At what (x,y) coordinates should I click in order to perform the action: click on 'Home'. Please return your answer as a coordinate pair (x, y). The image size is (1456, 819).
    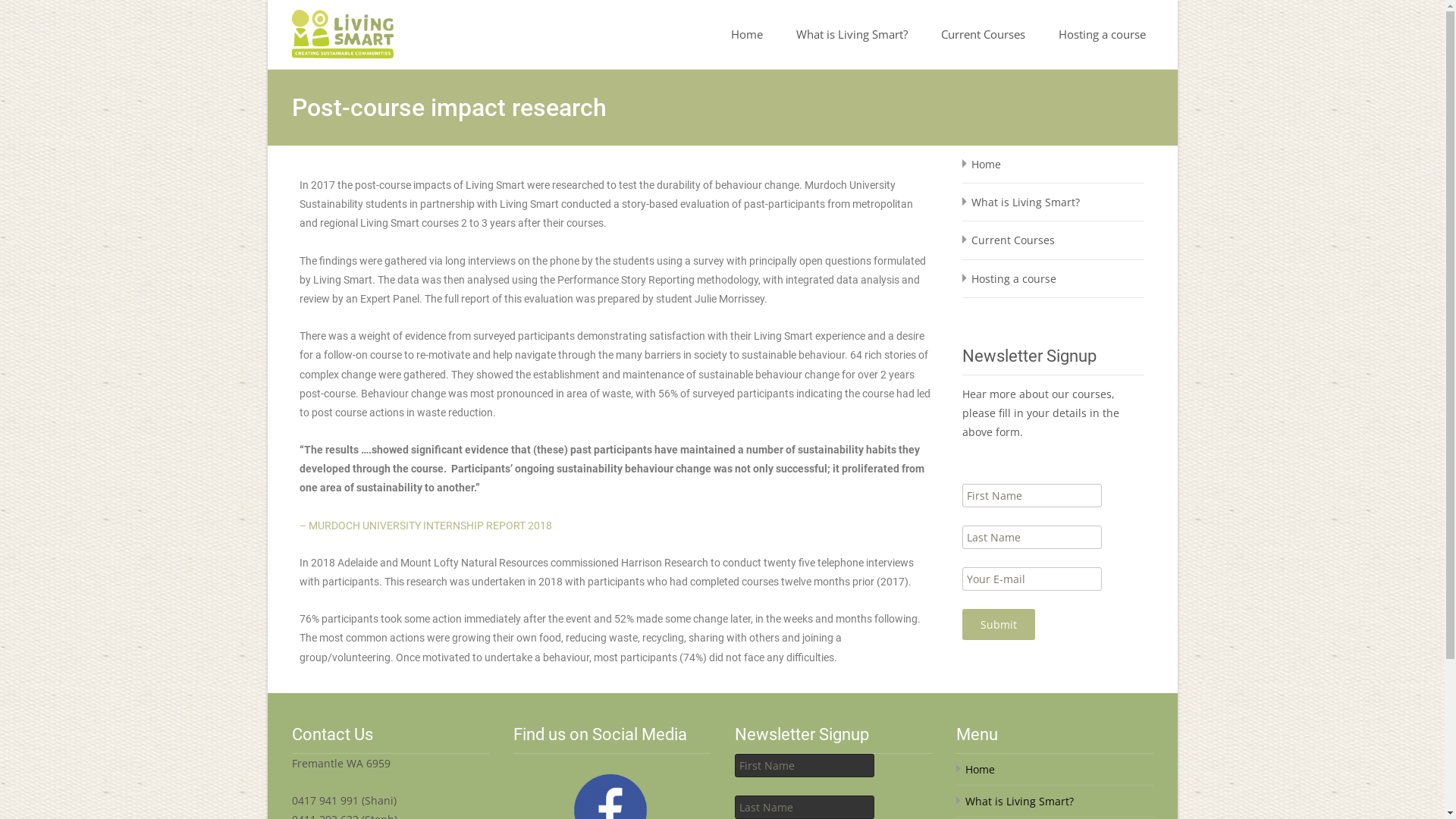
    Looking at the image, I should click on (746, 34).